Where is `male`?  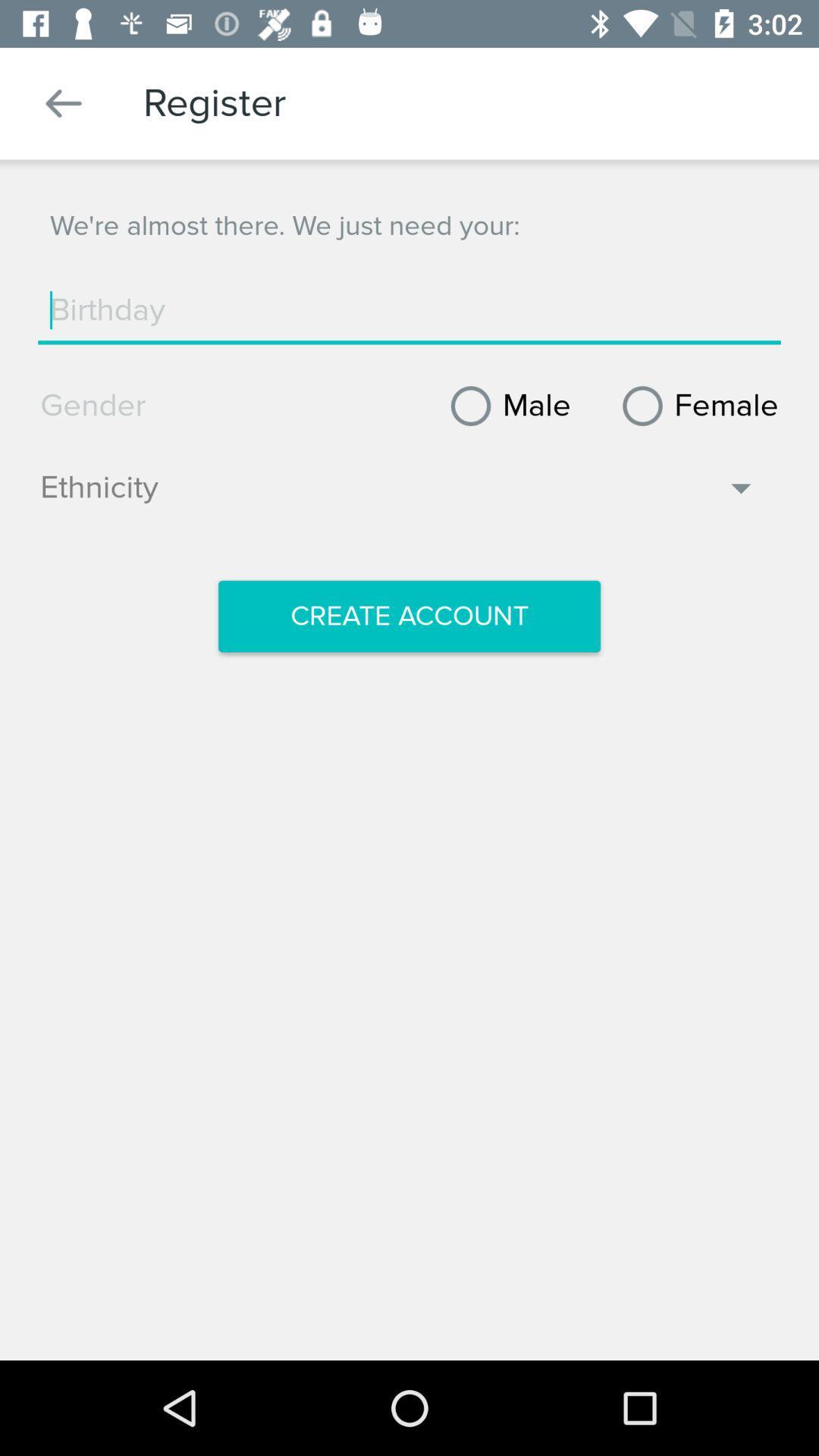 male is located at coordinates (505, 406).